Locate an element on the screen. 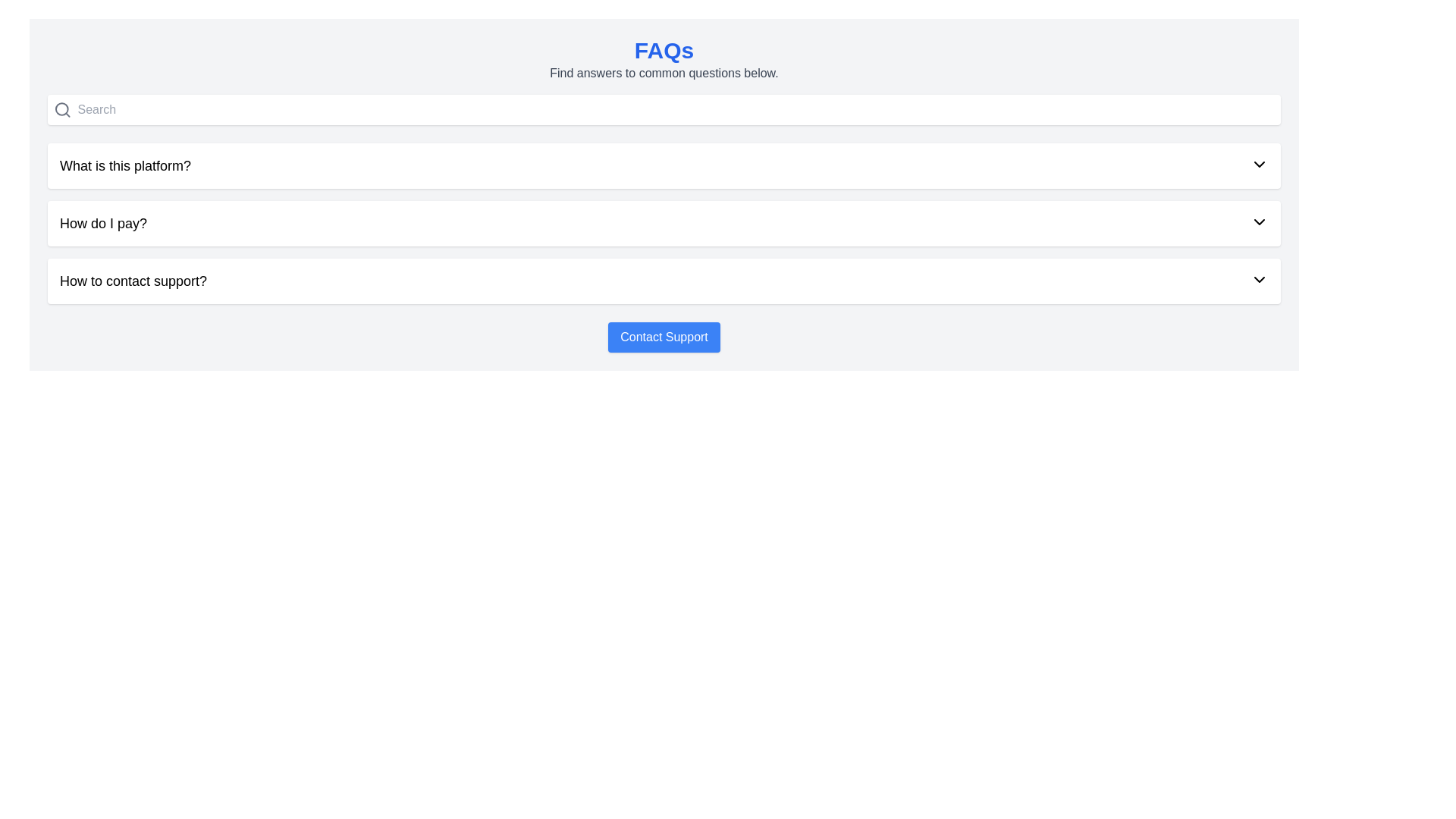 The width and height of the screenshot is (1456, 819). the header text element that displays 'FAQs' in bold, large blue font, which is located at the top of the page's content area is located at coordinates (664, 49).